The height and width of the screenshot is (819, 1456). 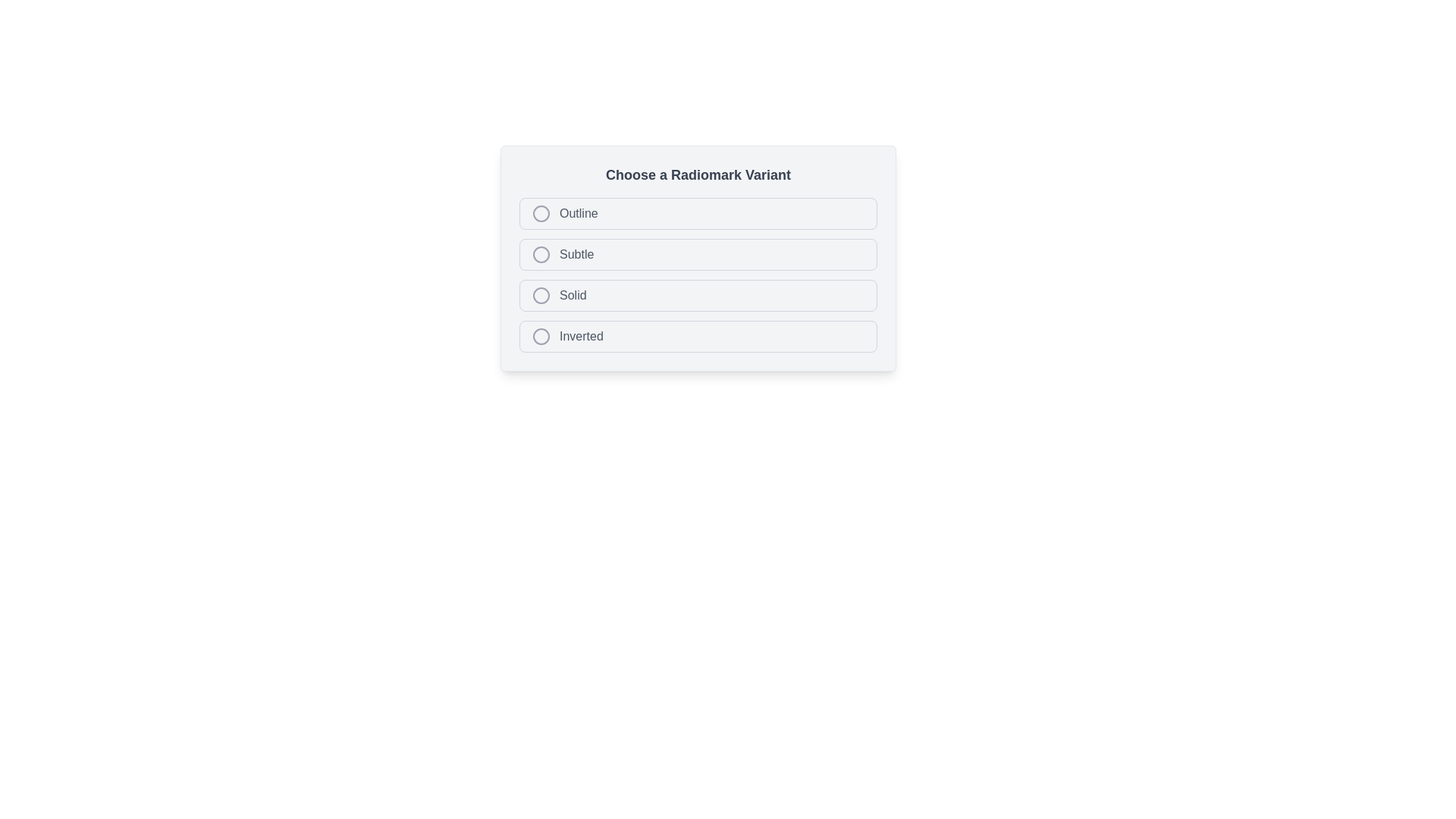 I want to click on the radiomark indicator for the 'Subtle' option located on the left side of the 'Subtle' text in the second option of the vertically stacked list, so click(x=541, y=253).